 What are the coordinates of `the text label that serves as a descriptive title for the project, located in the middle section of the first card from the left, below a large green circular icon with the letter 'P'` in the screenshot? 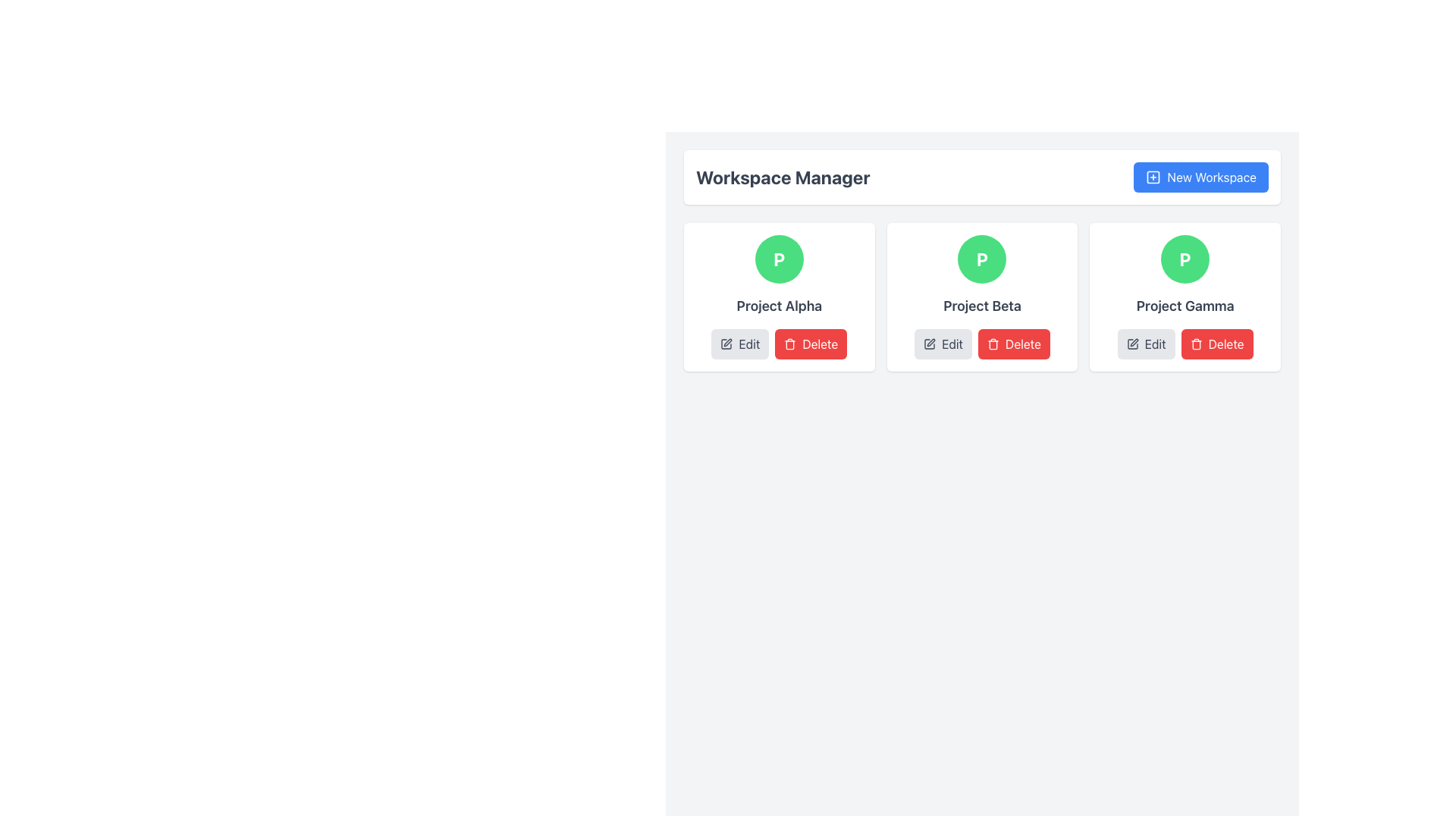 It's located at (779, 306).